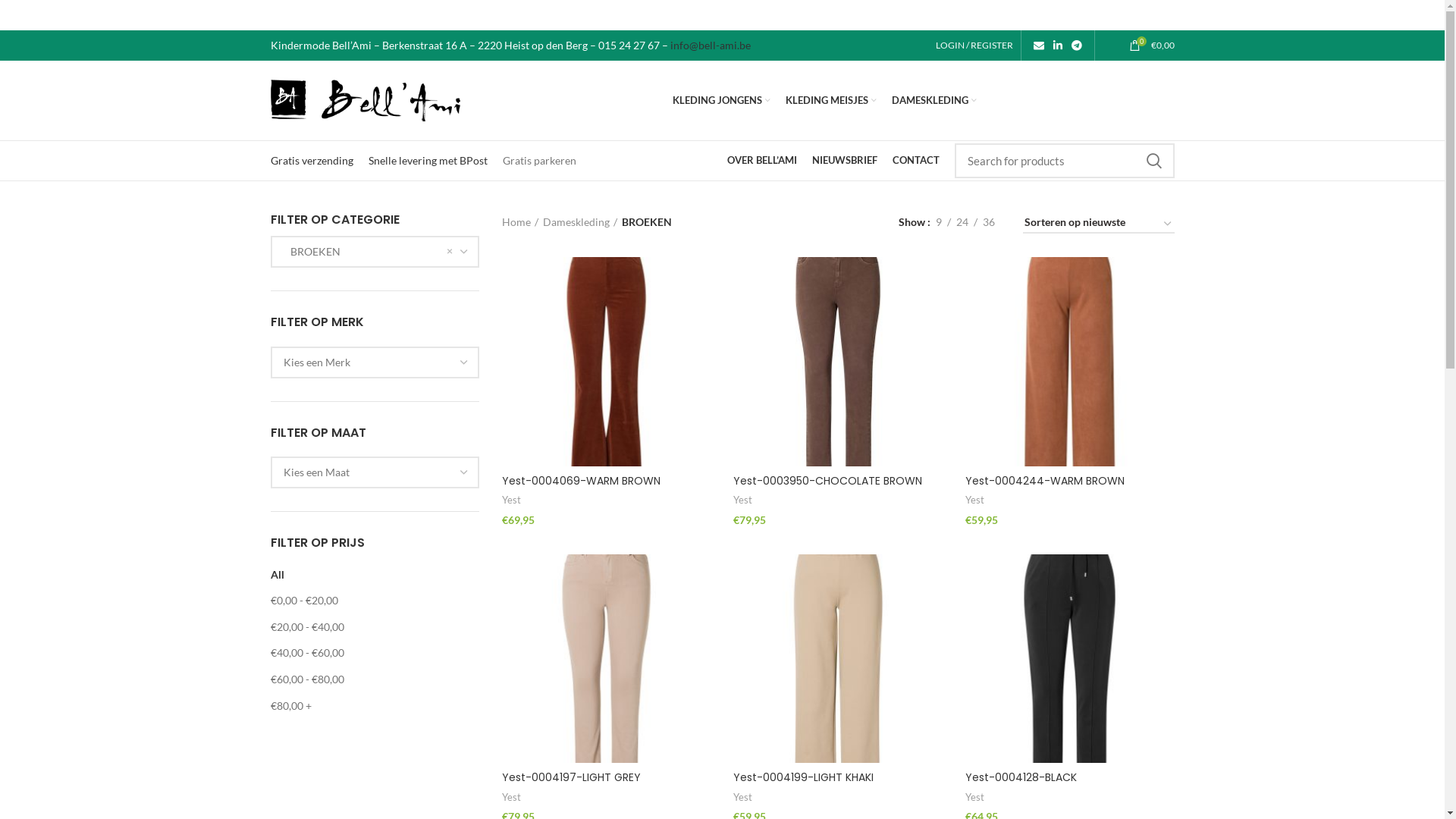 Image resolution: width=1456 pixels, height=819 pixels. Describe the element at coordinates (937, 222) in the screenshot. I see `'9'` at that location.